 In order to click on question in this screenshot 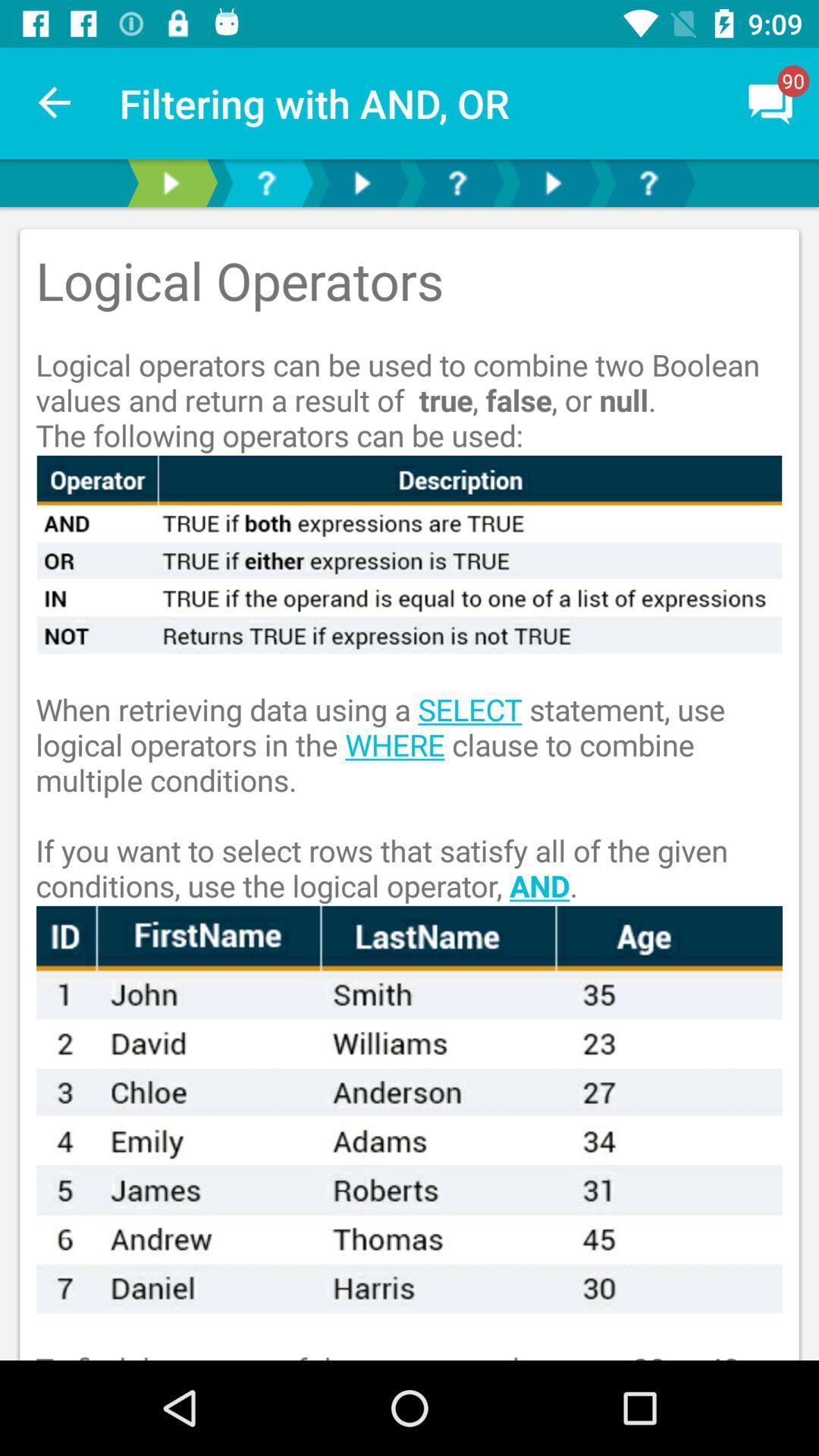, I will do `click(456, 182)`.